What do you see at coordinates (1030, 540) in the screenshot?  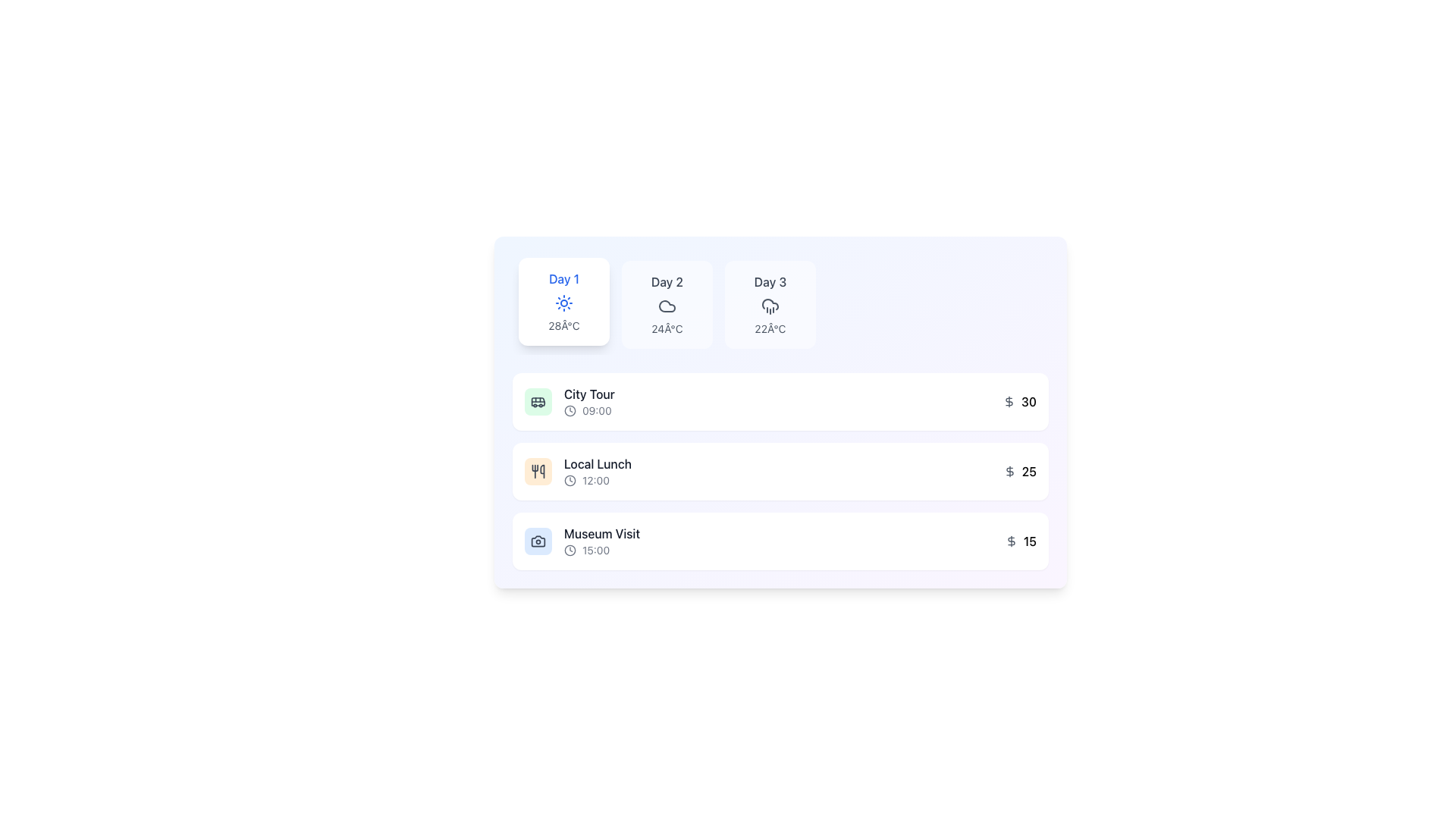 I see `the static text element displaying the cost of the Museum Visit, located in the monetary information section to the right of the dollar sign` at bounding box center [1030, 540].